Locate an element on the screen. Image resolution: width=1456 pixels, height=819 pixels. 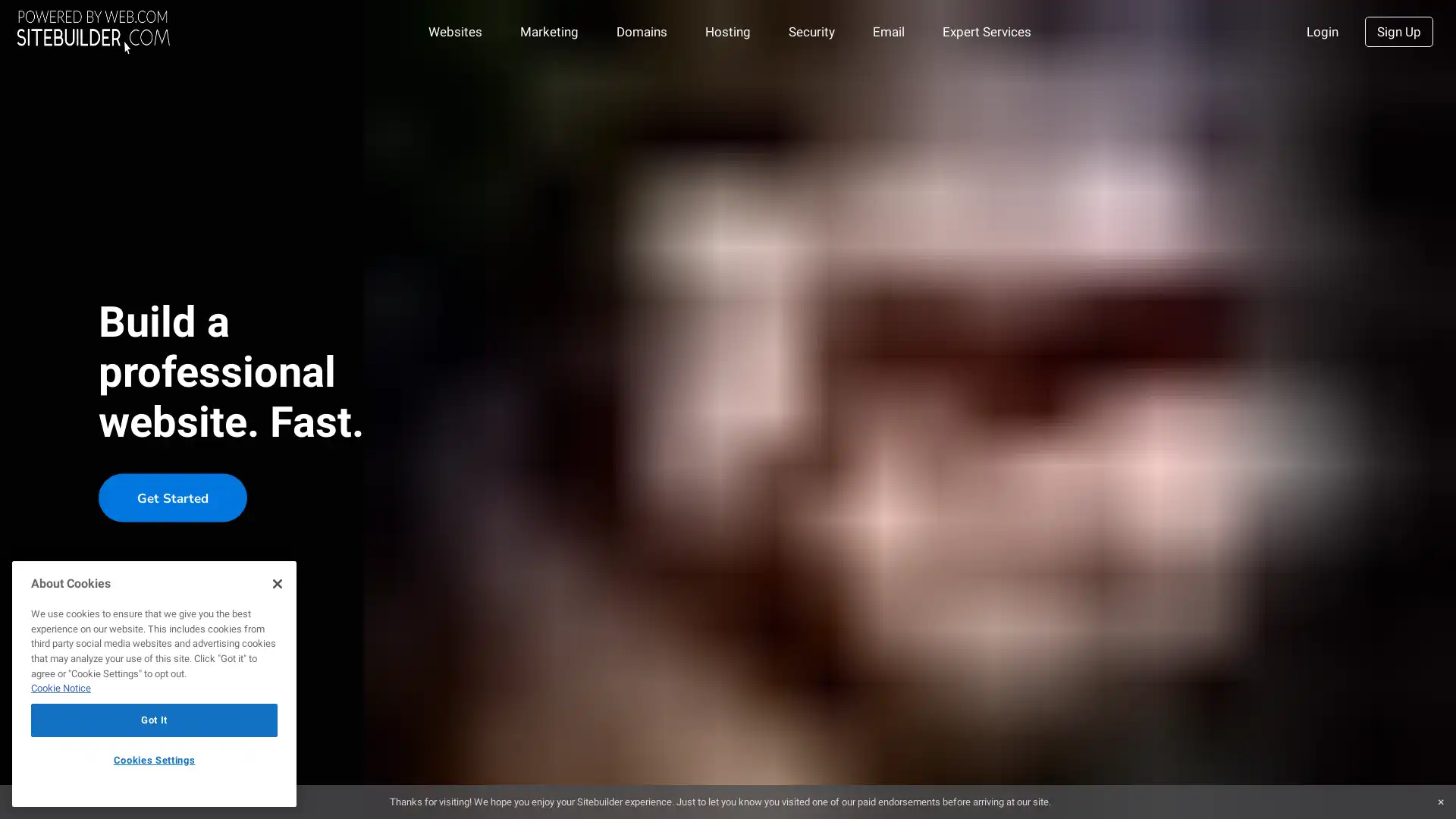
Close is located at coordinates (1440, 801).